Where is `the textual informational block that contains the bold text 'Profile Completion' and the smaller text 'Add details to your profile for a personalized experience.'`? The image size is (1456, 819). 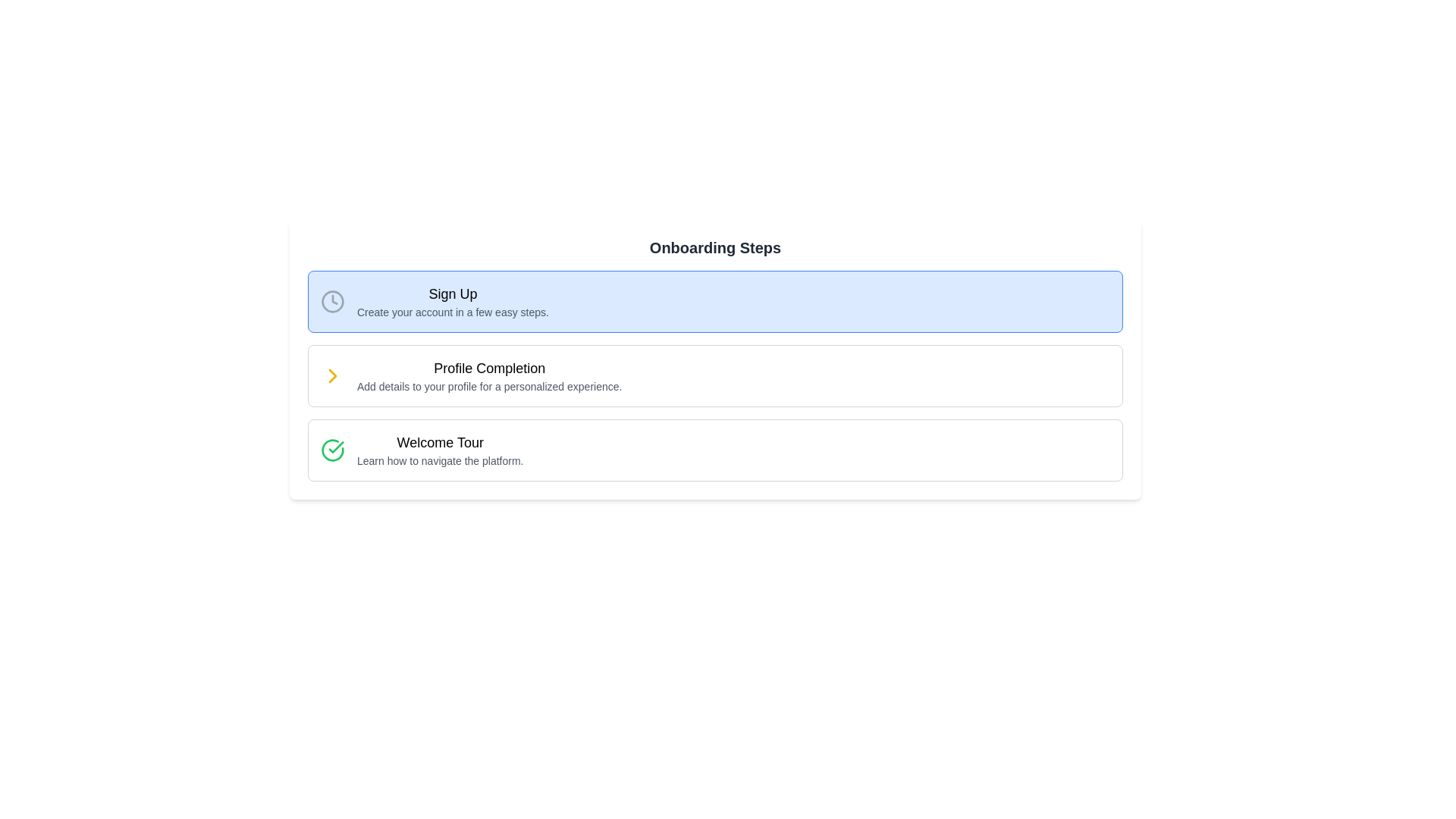
the textual informational block that contains the bold text 'Profile Completion' and the smaller text 'Add details to your profile for a personalized experience.' is located at coordinates (489, 375).